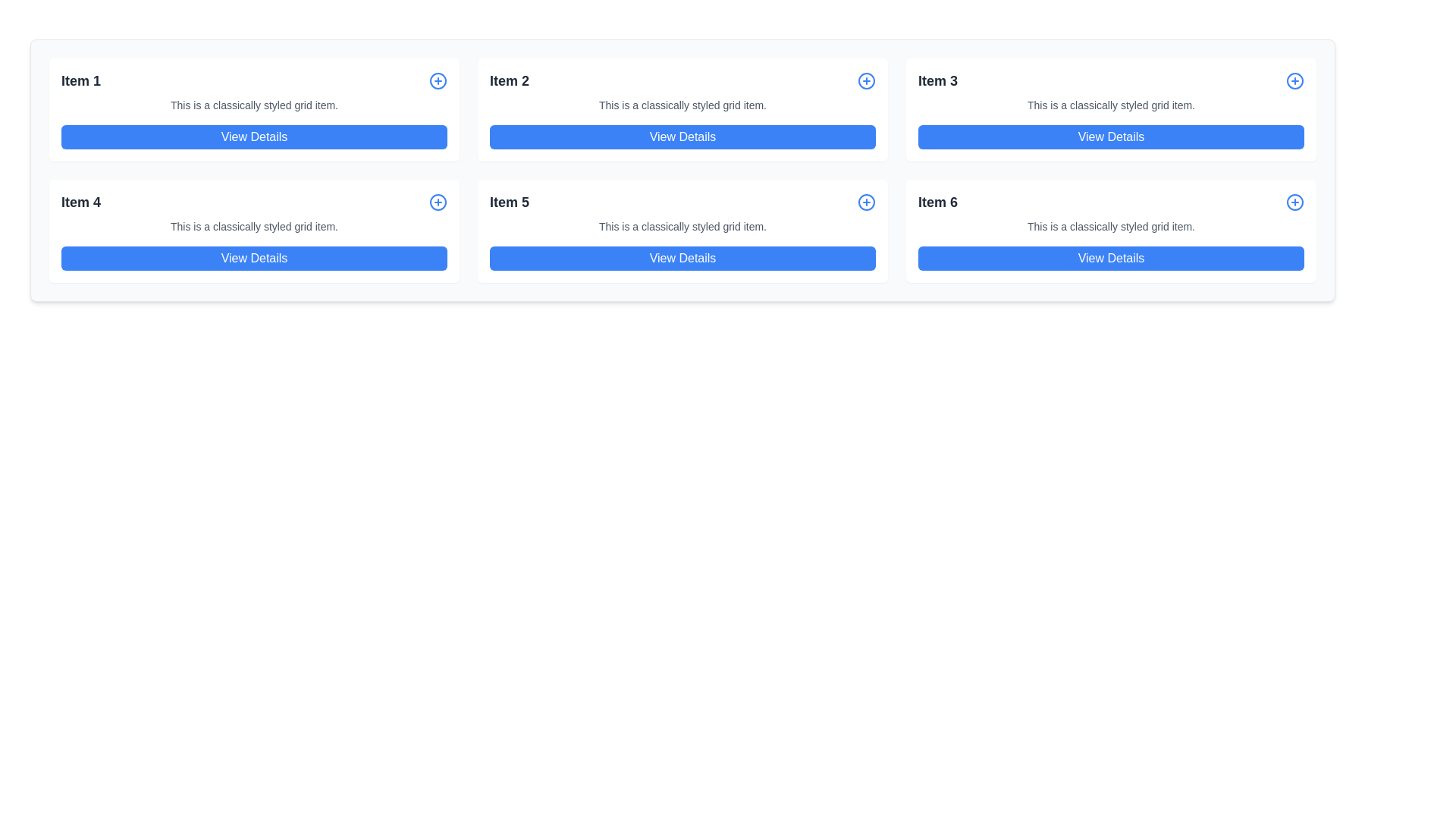 The height and width of the screenshot is (819, 1456). I want to click on the button located in the lower section of the card labeled 'Item 2', so click(682, 137).